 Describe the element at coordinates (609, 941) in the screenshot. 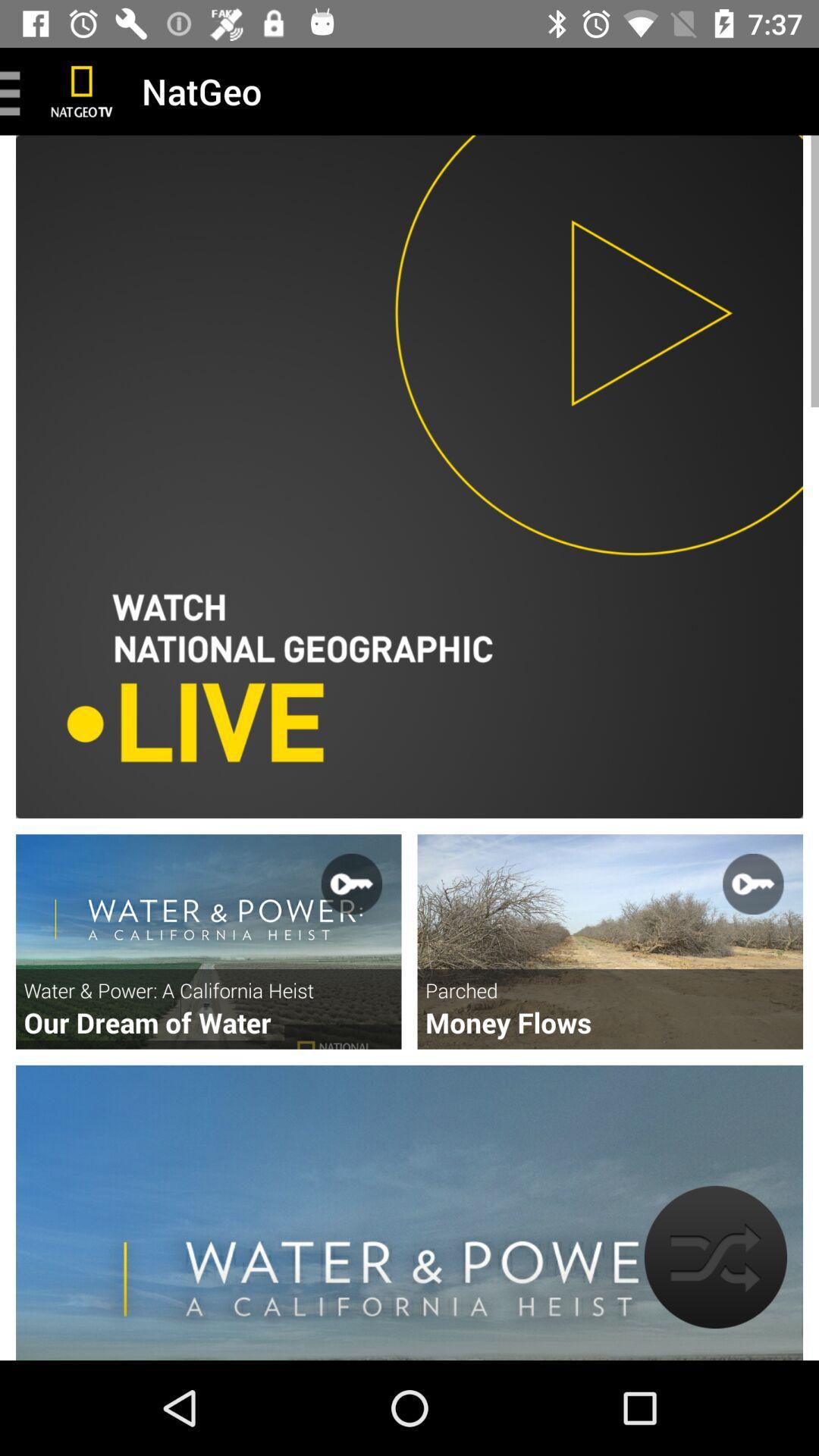

I see `advertisement` at that location.